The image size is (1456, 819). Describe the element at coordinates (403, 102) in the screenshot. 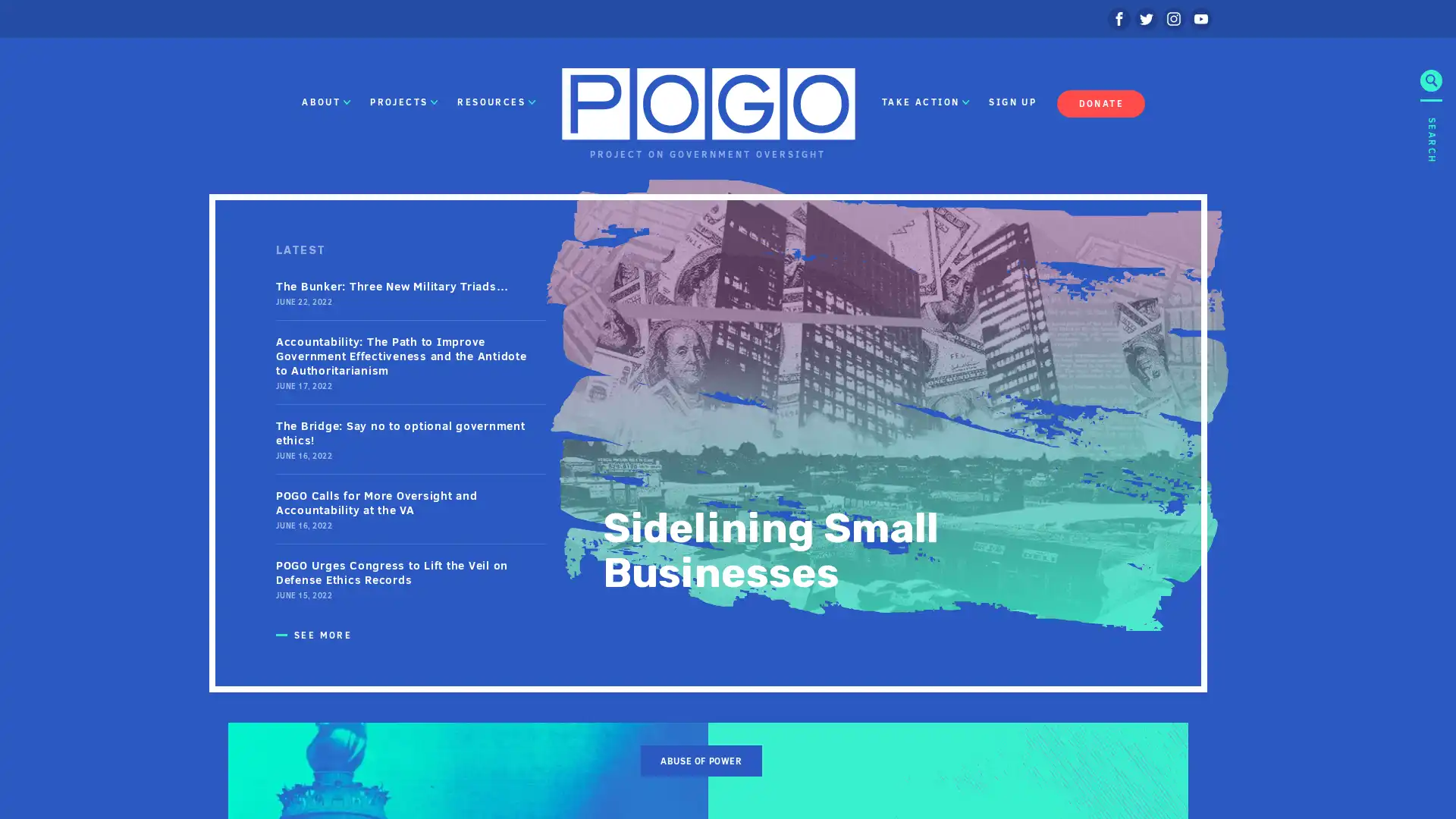

I see `PROJECTS` at that location.